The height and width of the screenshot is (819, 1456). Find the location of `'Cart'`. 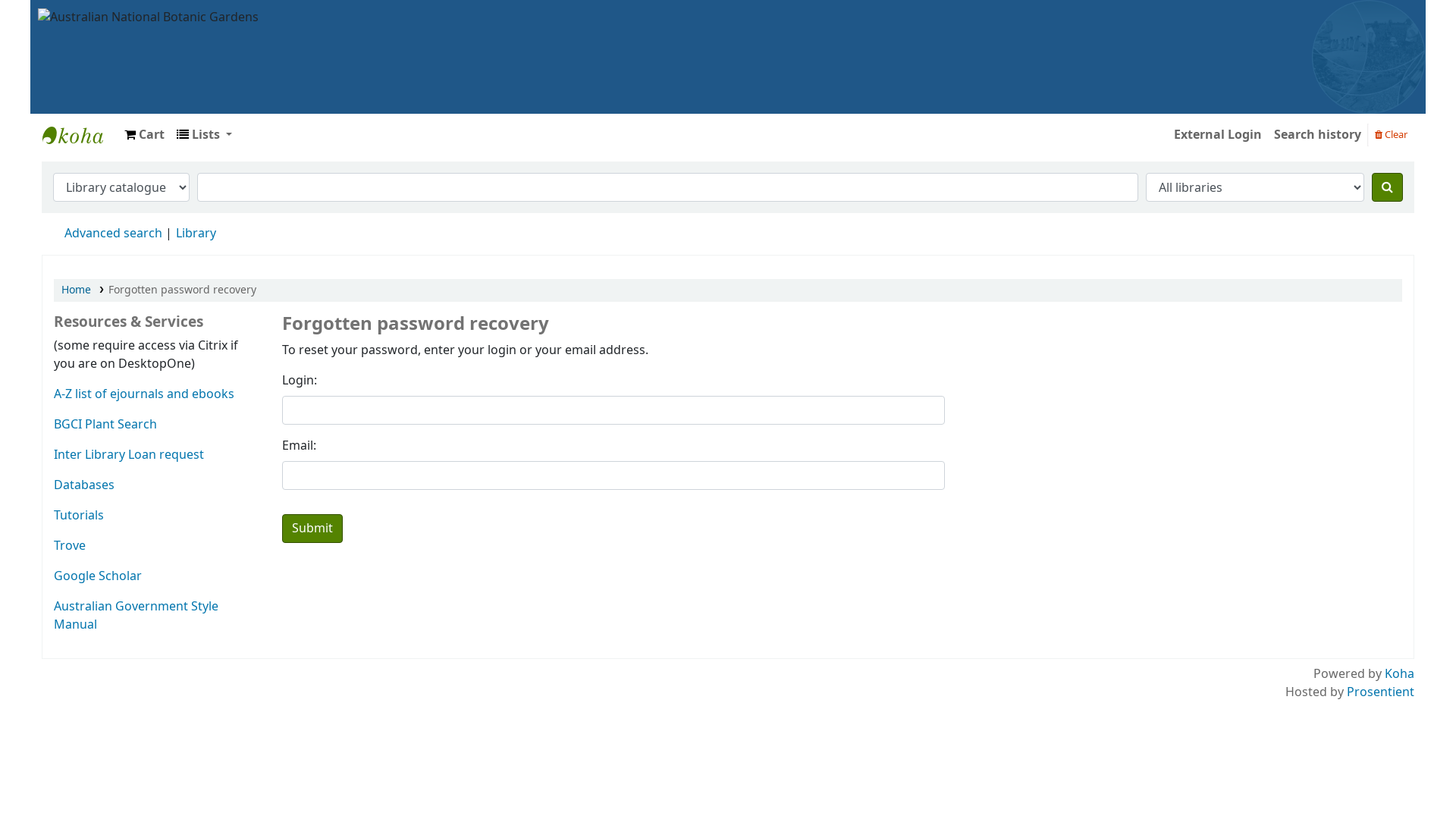

'Cart' is located at coordinates (144, 133).